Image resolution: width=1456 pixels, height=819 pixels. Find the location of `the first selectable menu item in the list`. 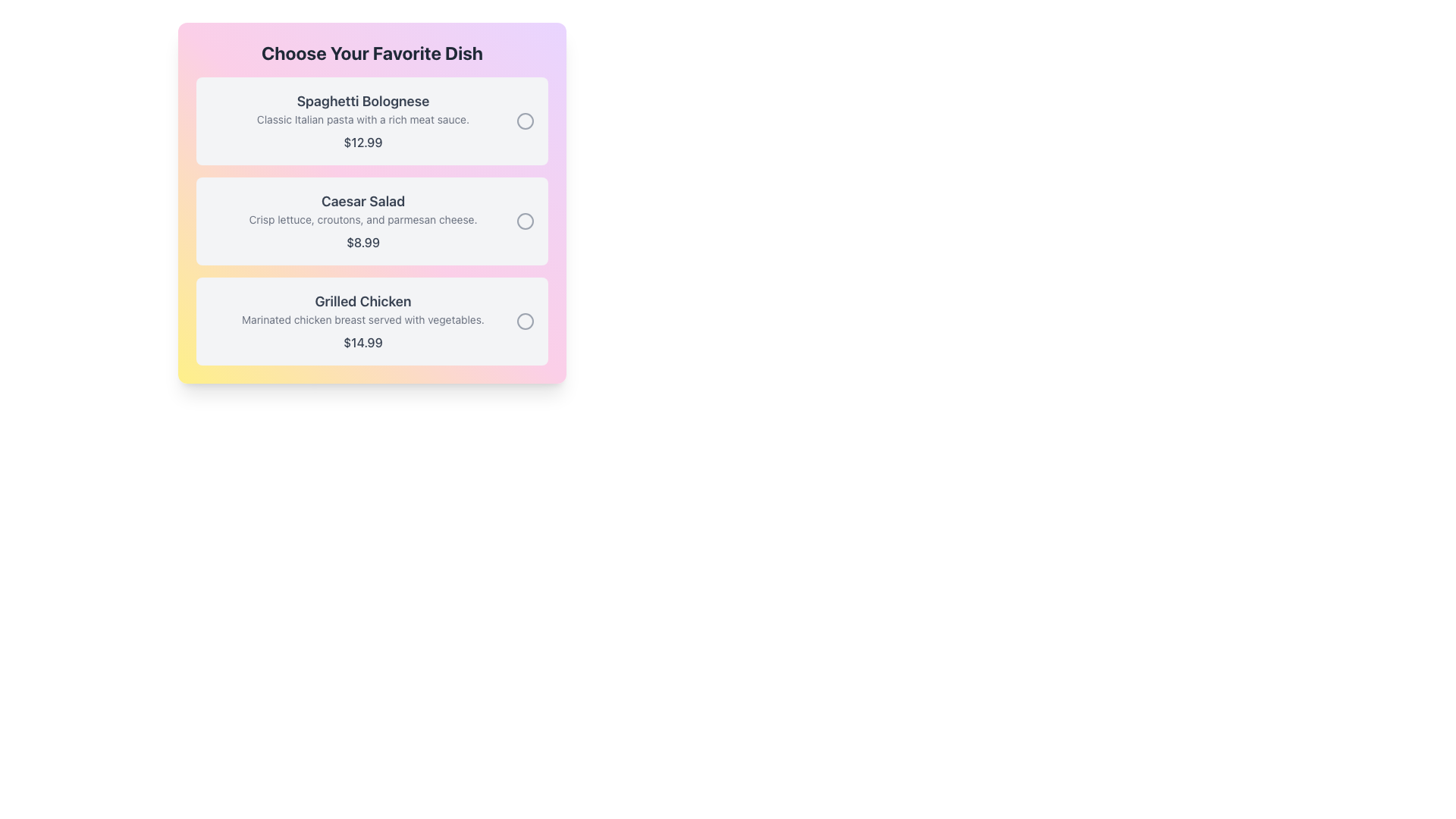

the first selectable menu item in the list is located at coordinates (362, 120).